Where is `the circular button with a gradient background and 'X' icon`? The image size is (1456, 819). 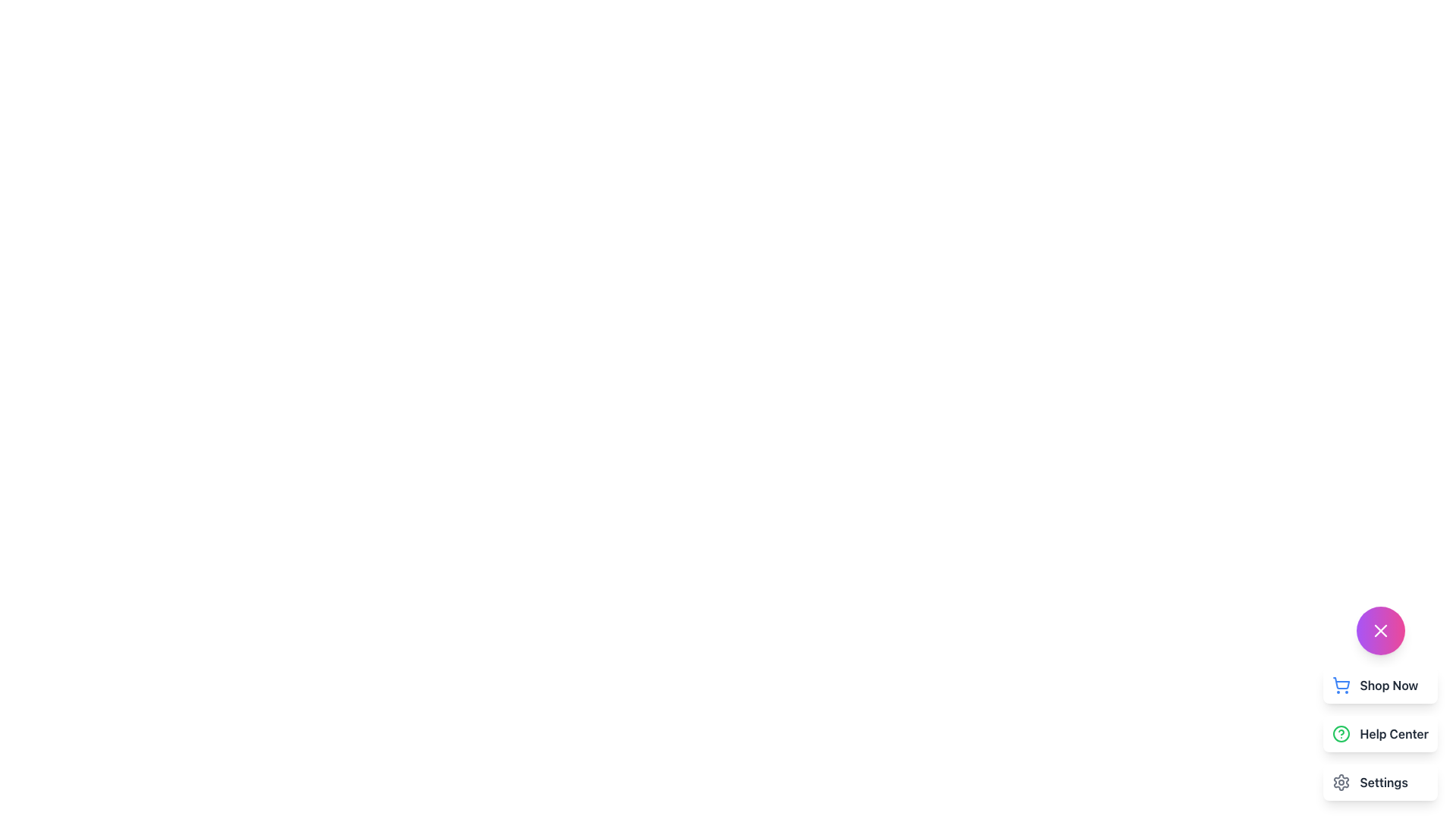 the circular button with a gradient background and 'X' icon is located at coordinates (1380, 631).